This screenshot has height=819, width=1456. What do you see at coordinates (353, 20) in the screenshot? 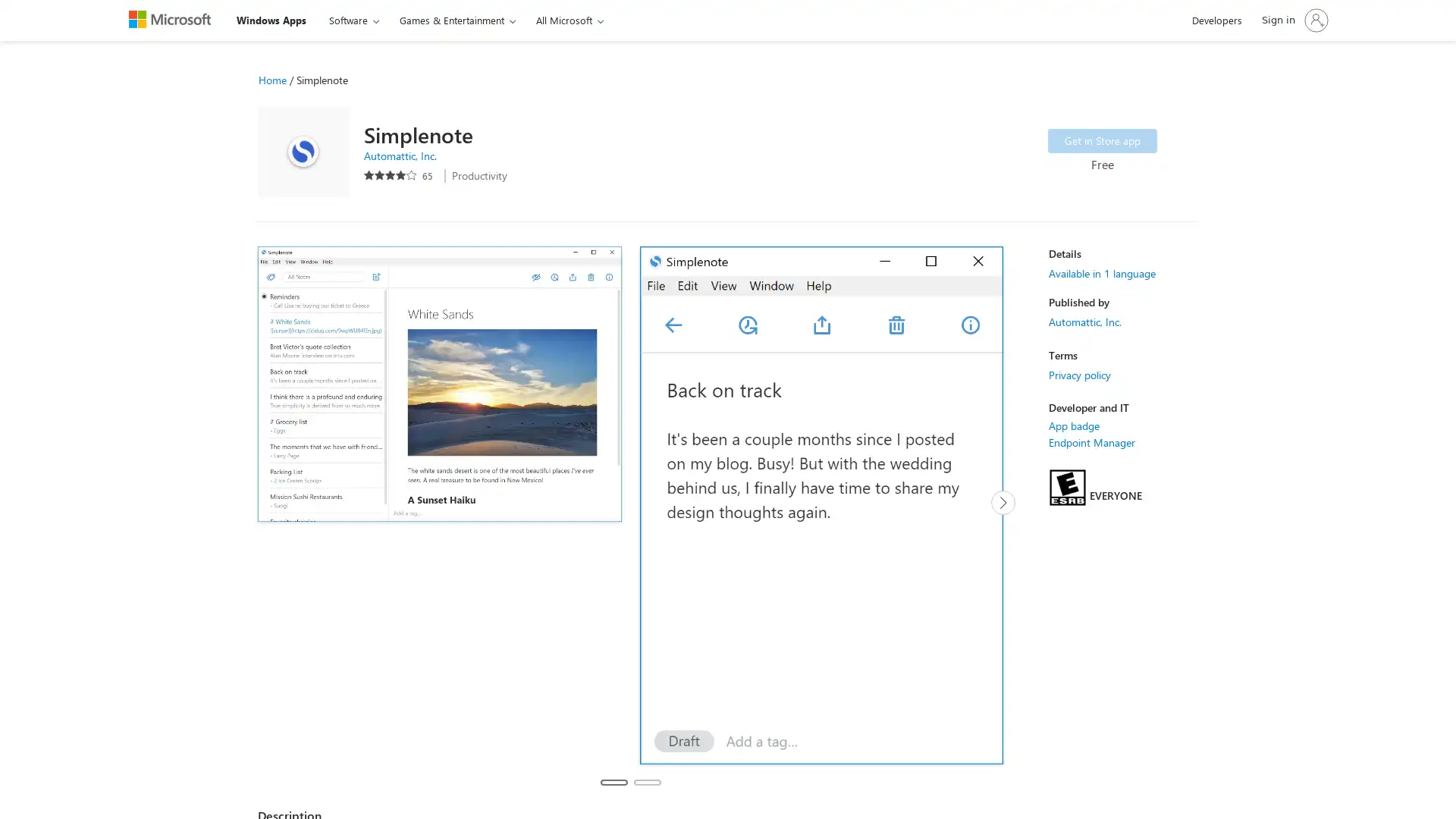
I see `Software` at bounding box center [353, 20].